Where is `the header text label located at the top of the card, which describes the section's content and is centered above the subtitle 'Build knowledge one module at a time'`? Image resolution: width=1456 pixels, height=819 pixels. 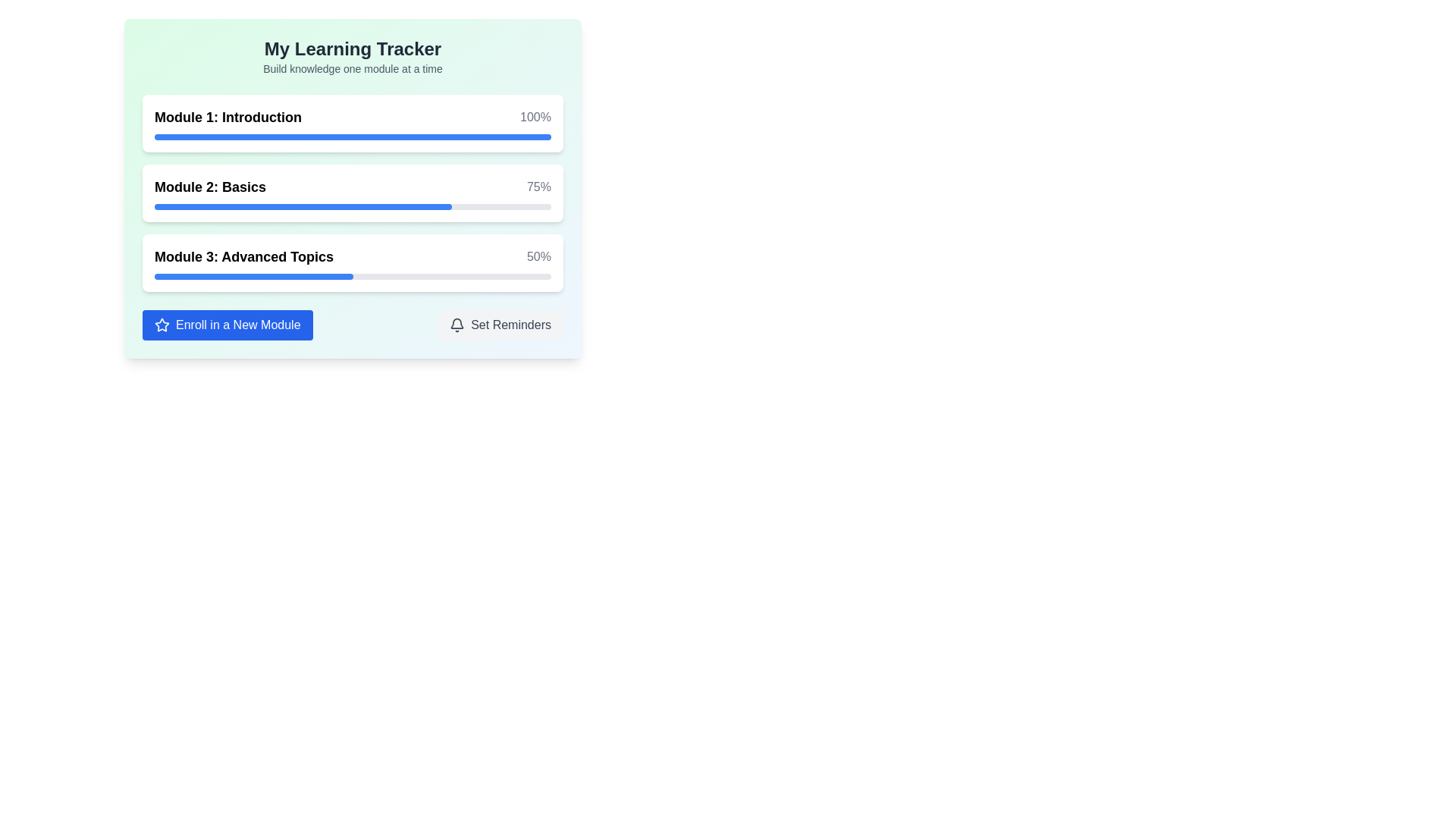
the header text label located at the top of the card, which describes the section's content and is centered above the subtitle 'Build knowledge one module at a time' is located at coordinates (352, 49).